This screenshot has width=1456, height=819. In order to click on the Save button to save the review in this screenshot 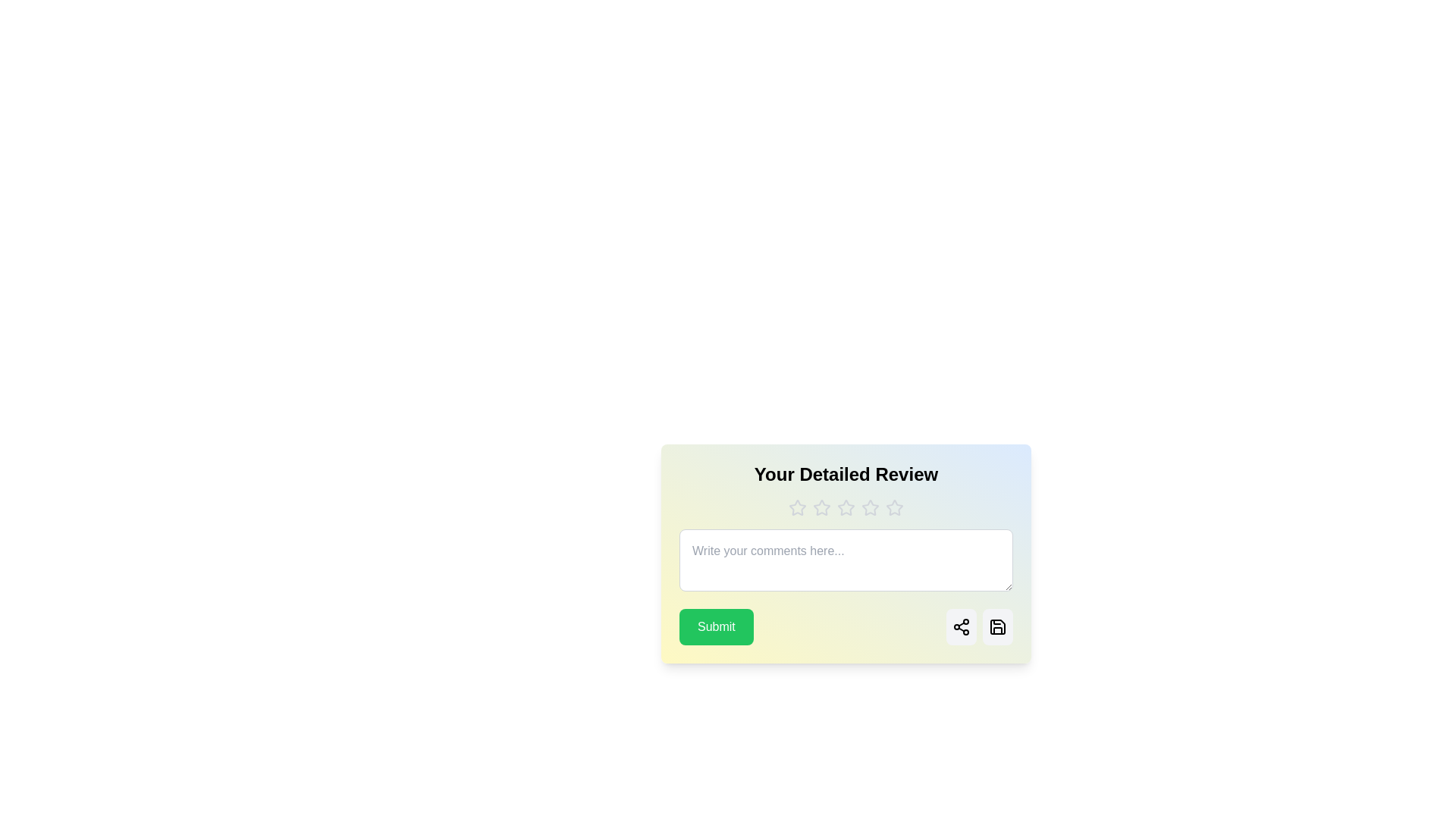, I will do `click(997, 626)`.